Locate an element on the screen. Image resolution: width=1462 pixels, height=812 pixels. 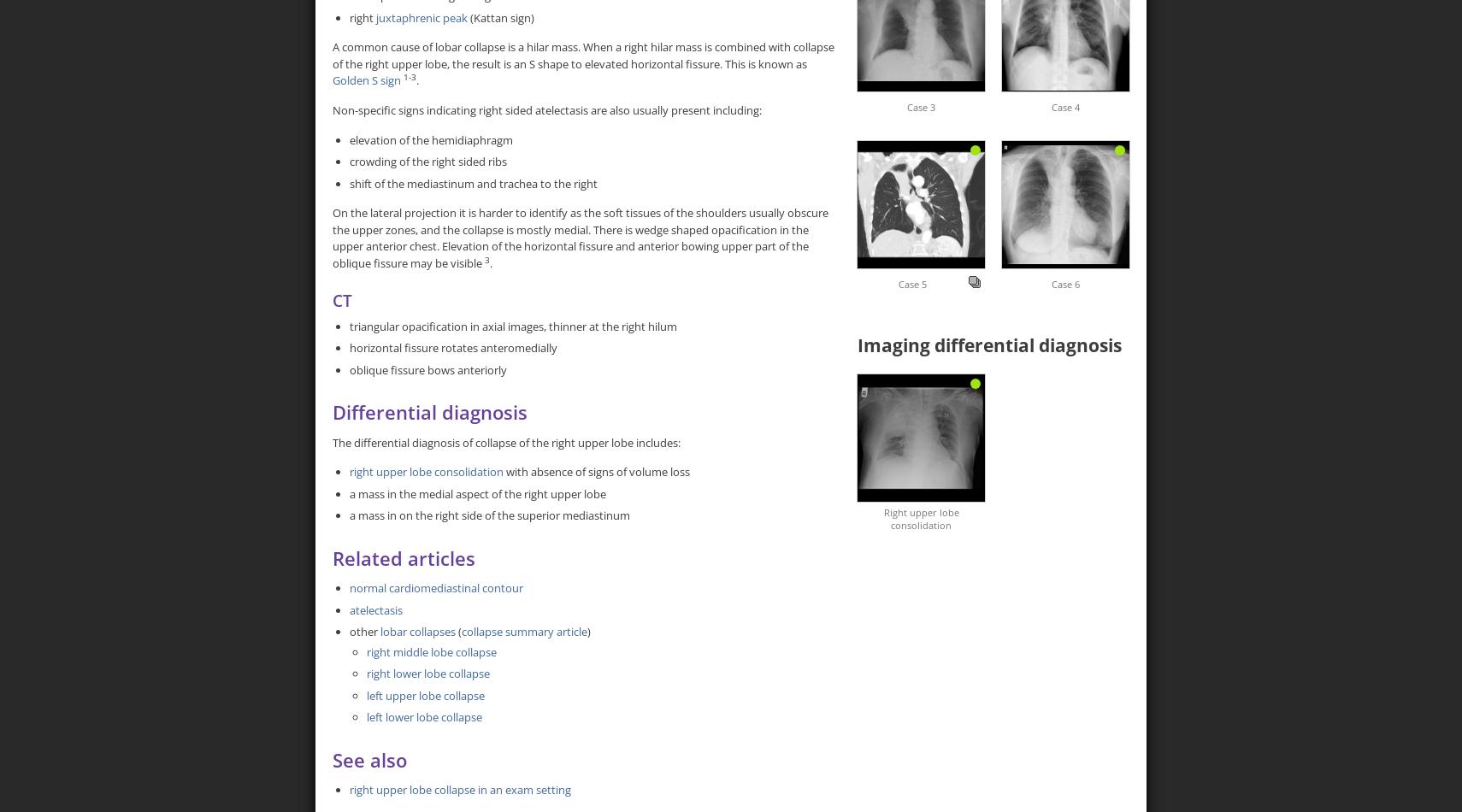
'normal cardiomediastinal contour' is located at coordinates (436, 587).